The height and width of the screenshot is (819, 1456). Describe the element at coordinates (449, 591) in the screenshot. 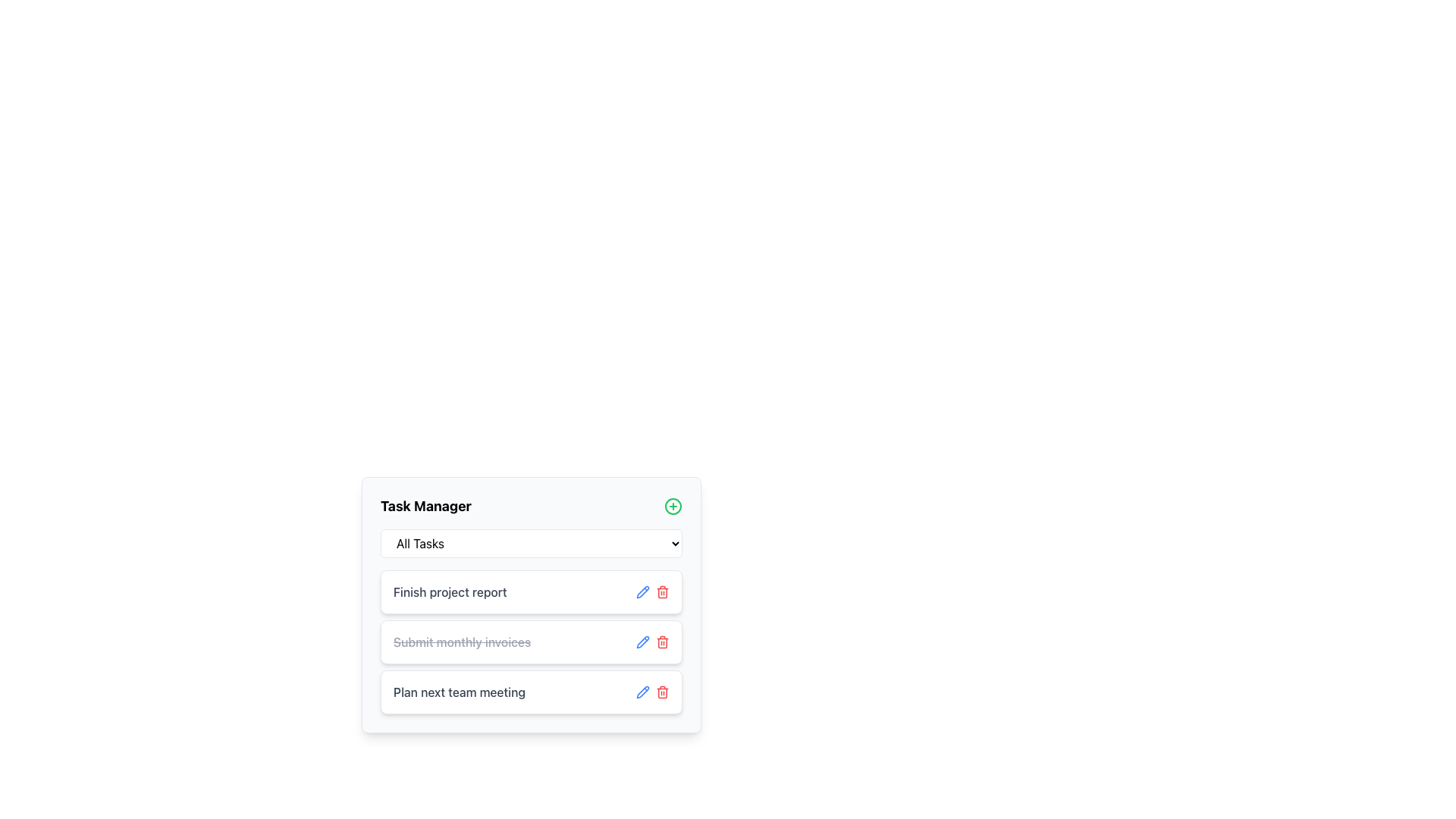

I see `the static label with the text 'Finish project report' located in the Task Manager section, which is visually distinct with medium-weight dark gray font against a white background` at that location.